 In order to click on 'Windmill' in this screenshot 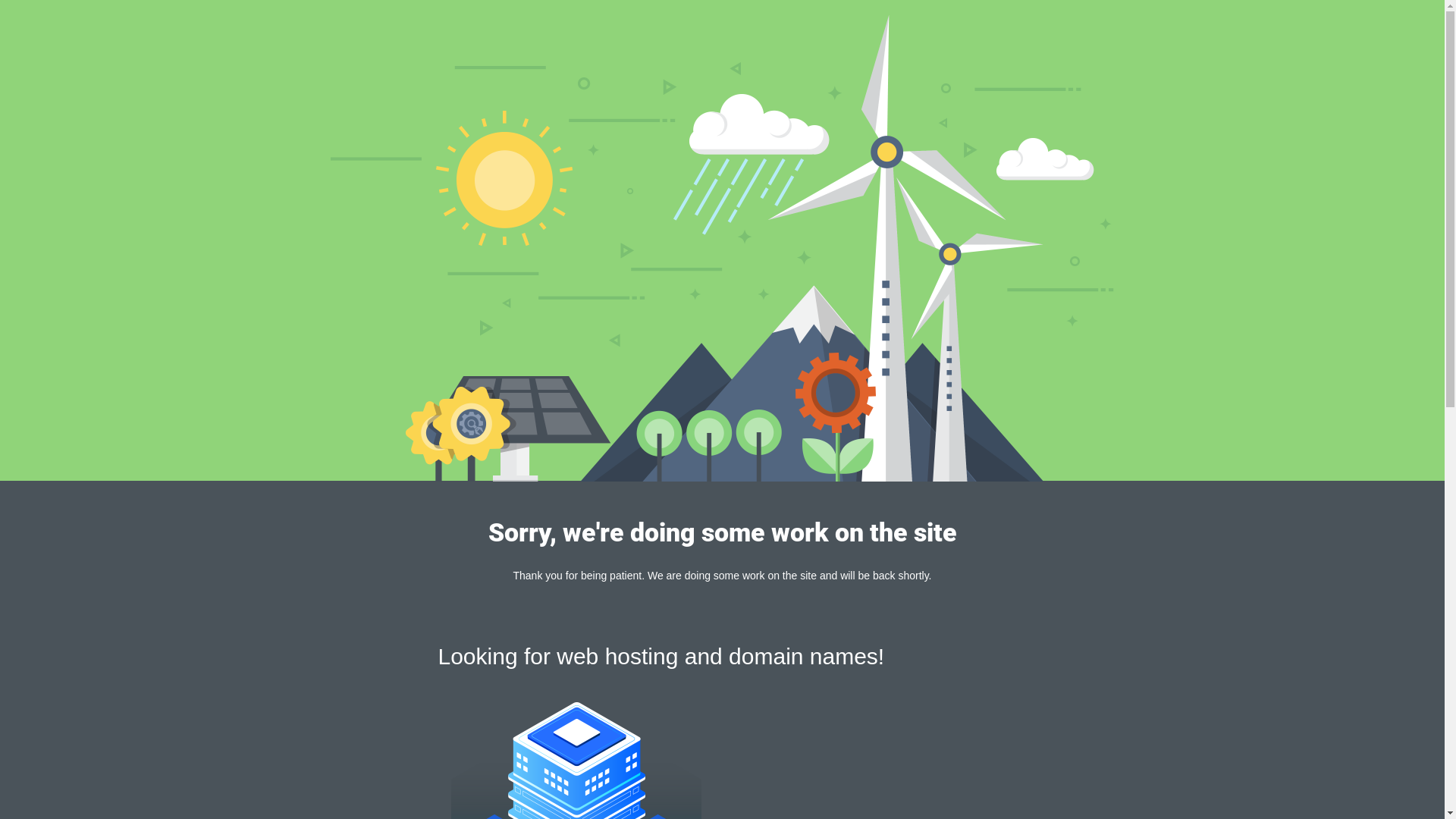, I will do `click(721, 247)`.